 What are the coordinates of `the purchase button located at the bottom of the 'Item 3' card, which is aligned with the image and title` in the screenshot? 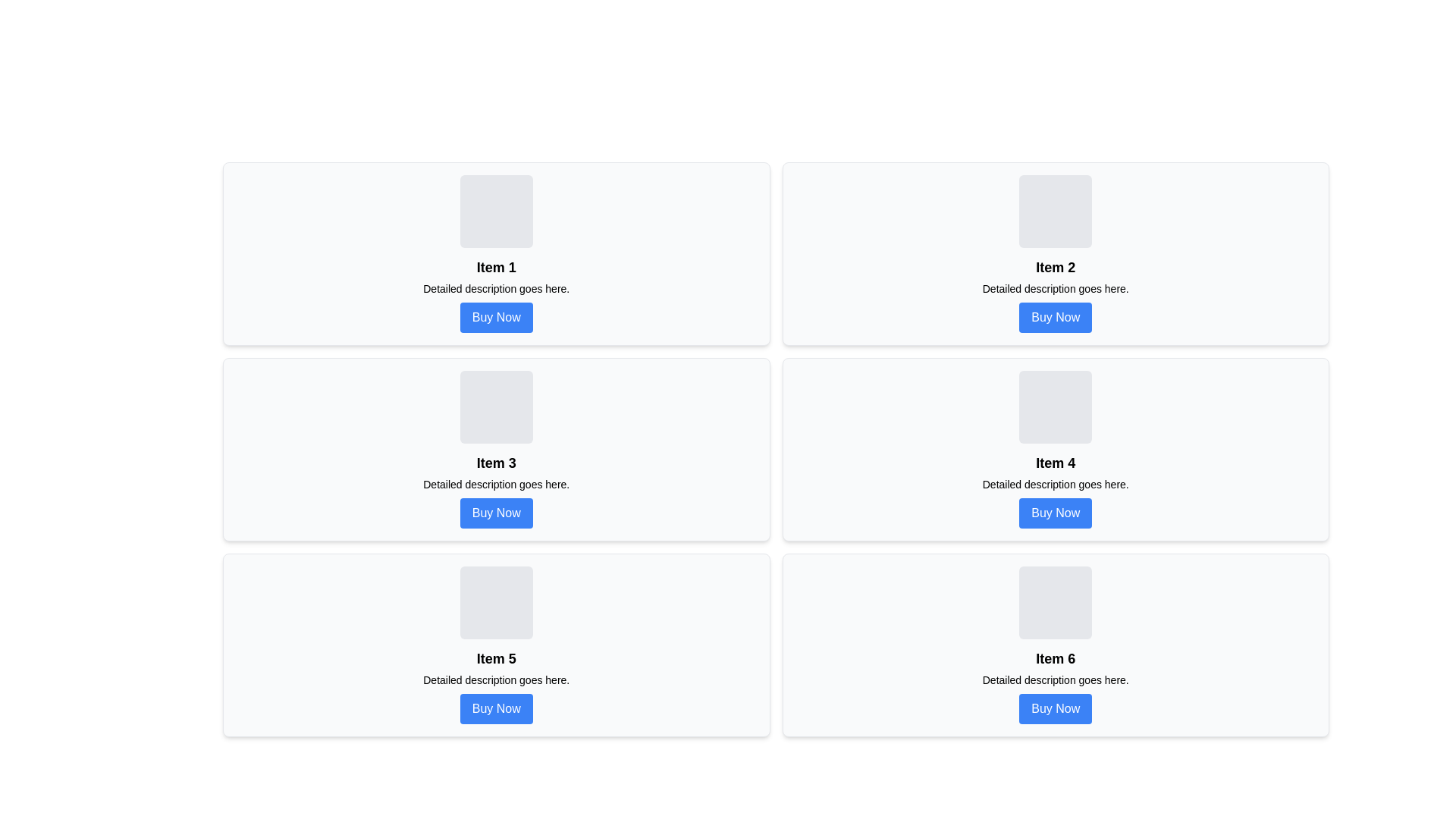 It's located at (496, 513).